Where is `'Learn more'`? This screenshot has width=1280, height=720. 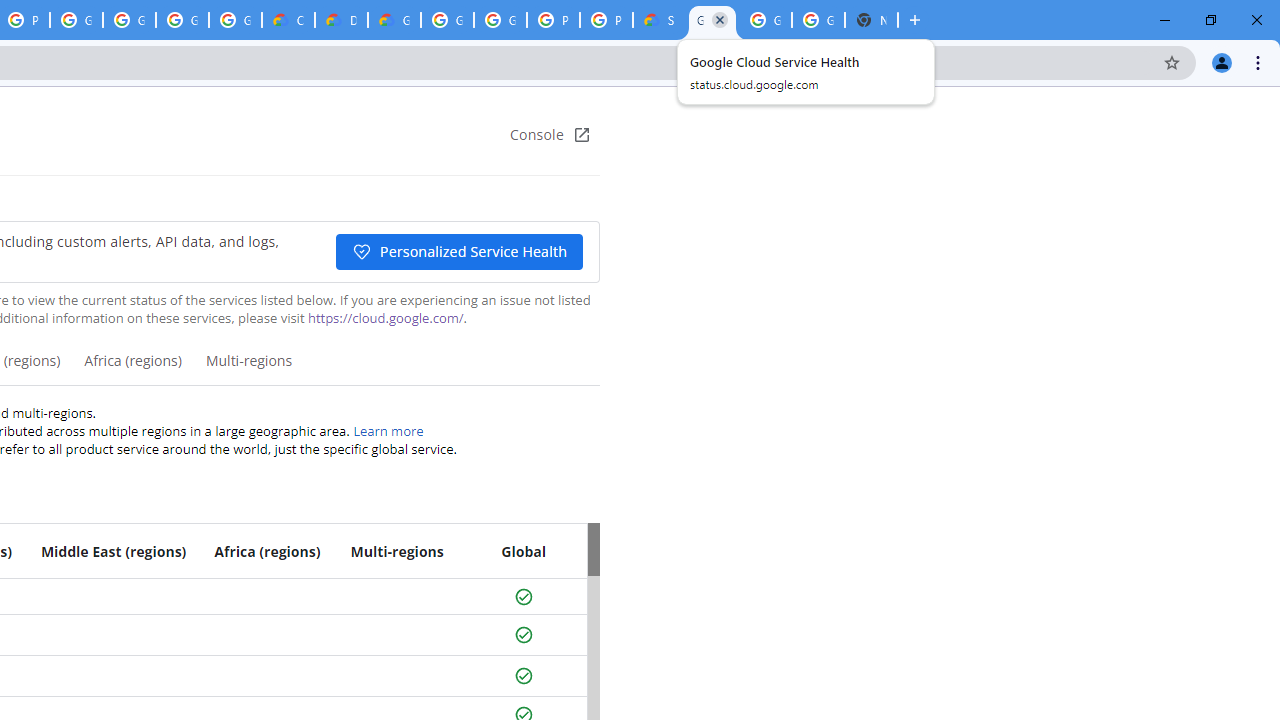 'Learn more' is located at coordinates (388, 430).